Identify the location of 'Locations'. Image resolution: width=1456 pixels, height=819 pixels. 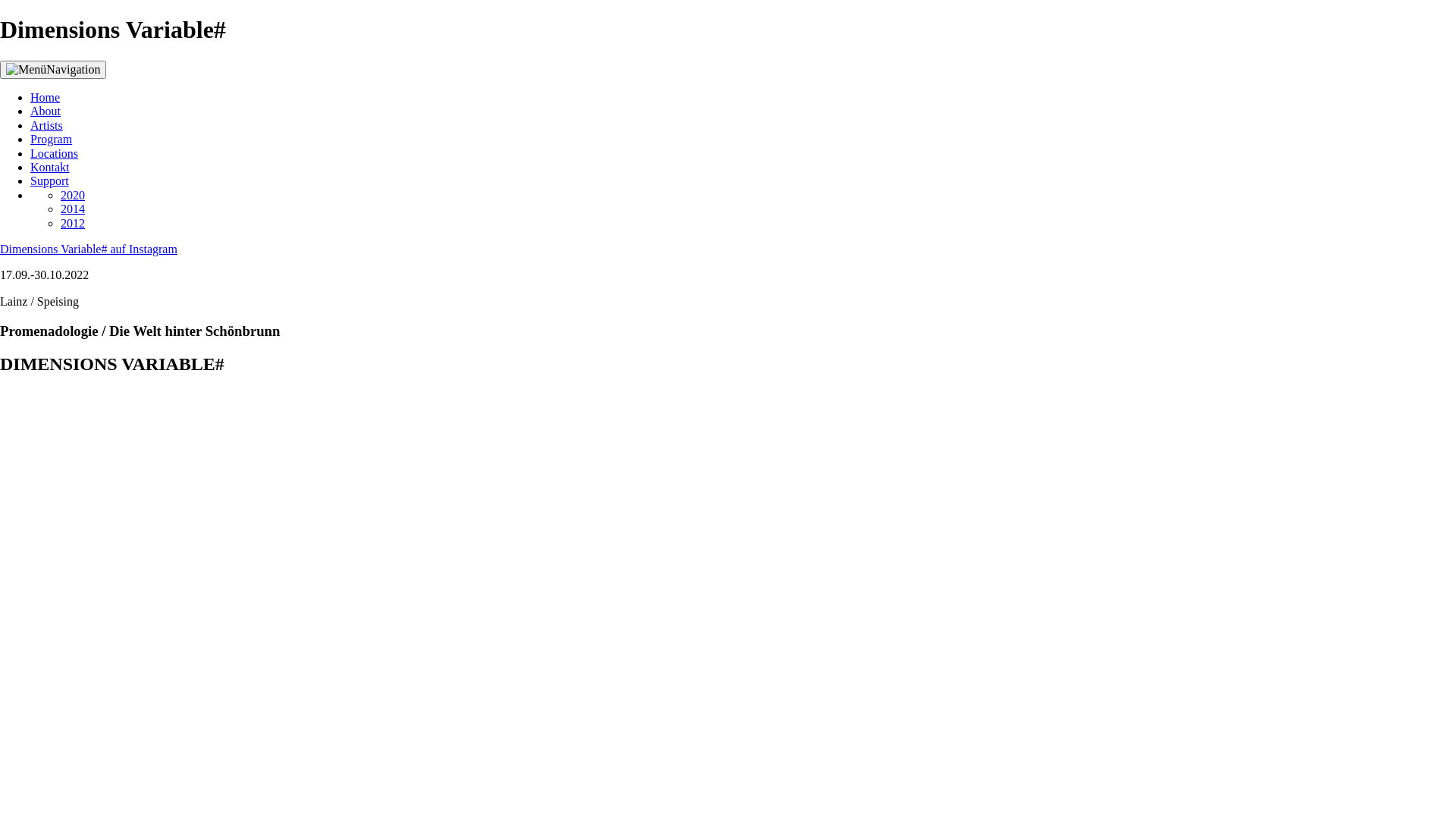
(54, 153).